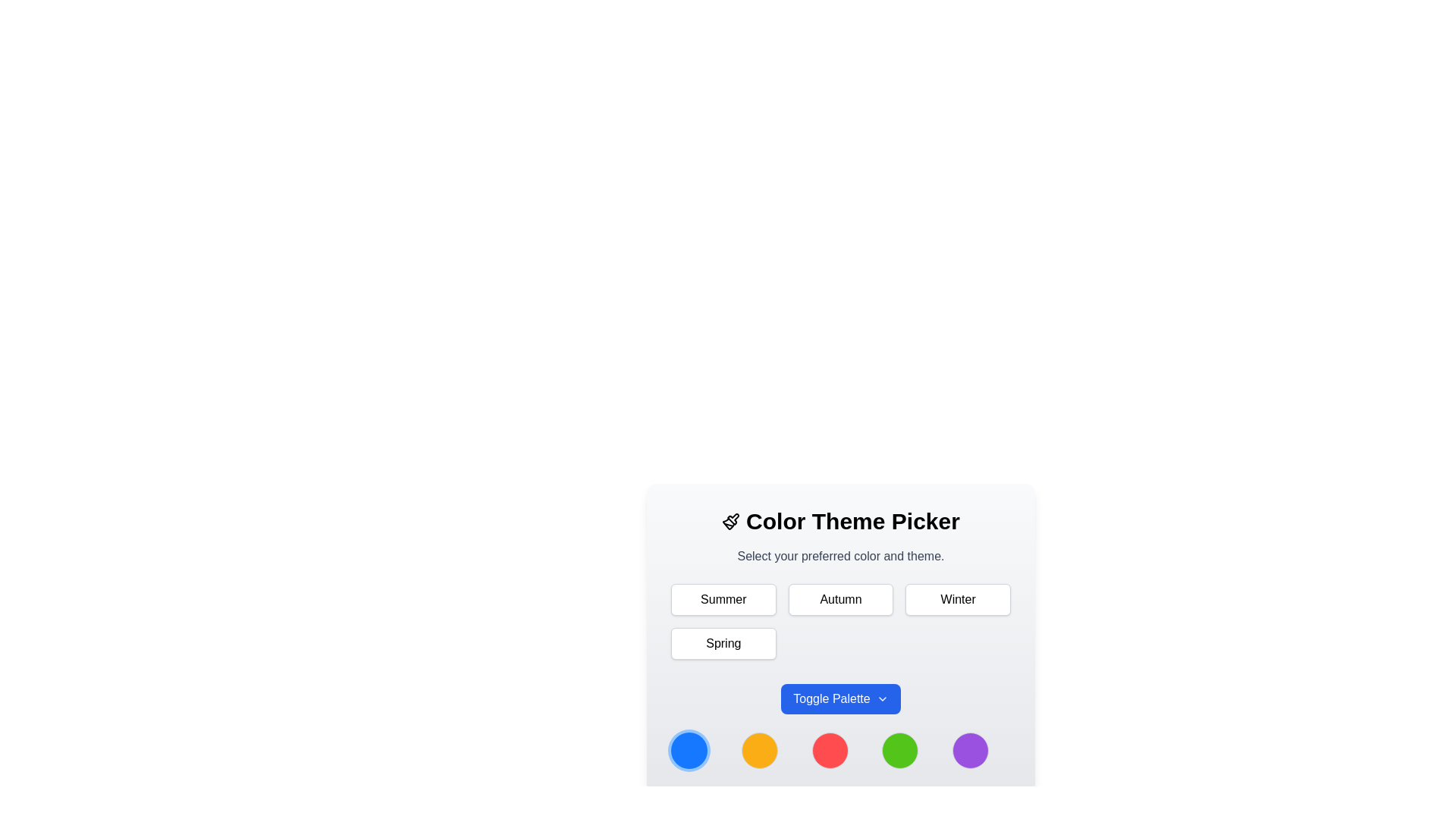 This screenshot has height=819, width=1456. I want to click on the third circular color icon, which is bright red and selected, so click(839, 751).